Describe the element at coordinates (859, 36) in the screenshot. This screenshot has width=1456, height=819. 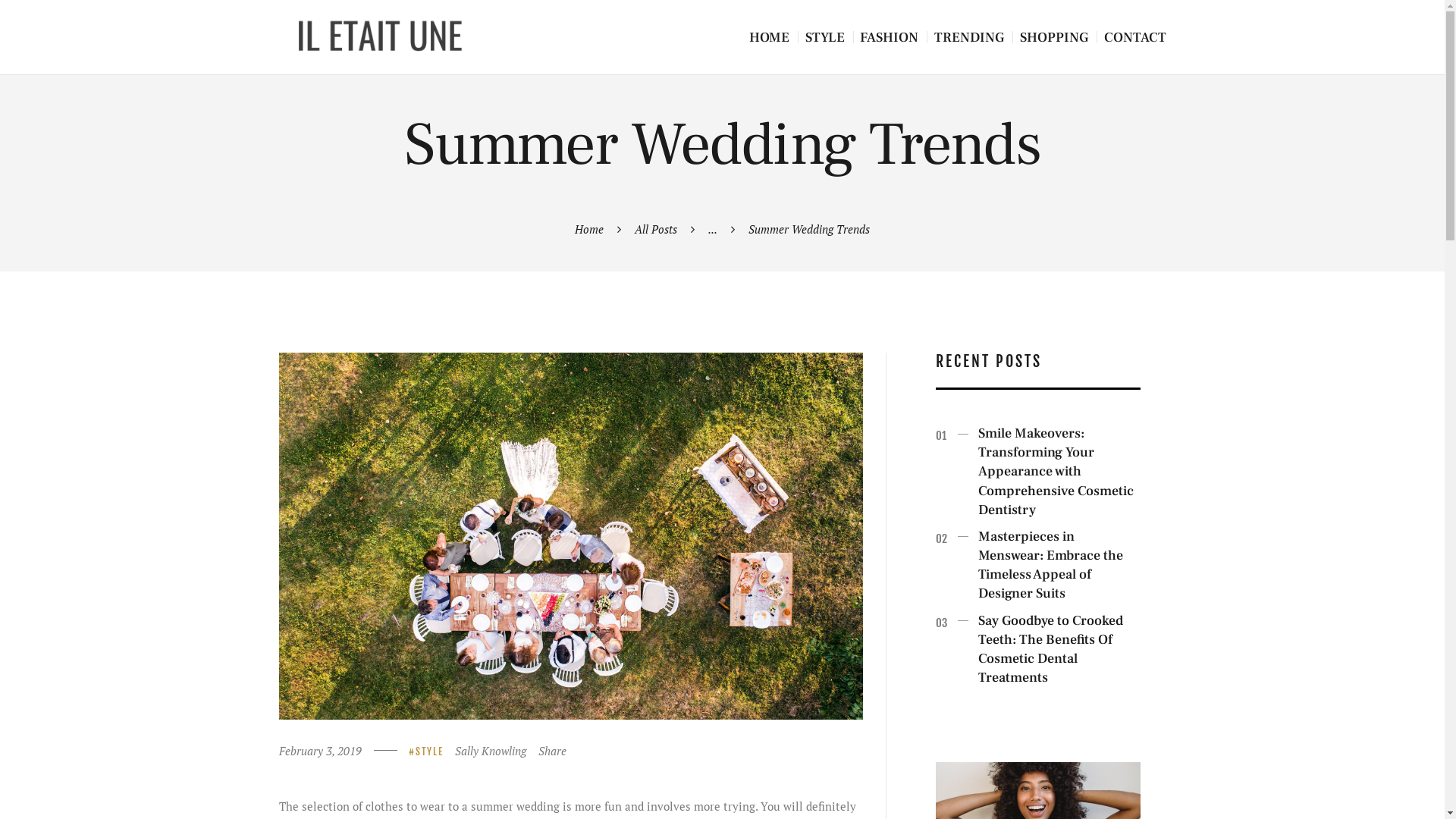
I see `'FASHION'` at that location.